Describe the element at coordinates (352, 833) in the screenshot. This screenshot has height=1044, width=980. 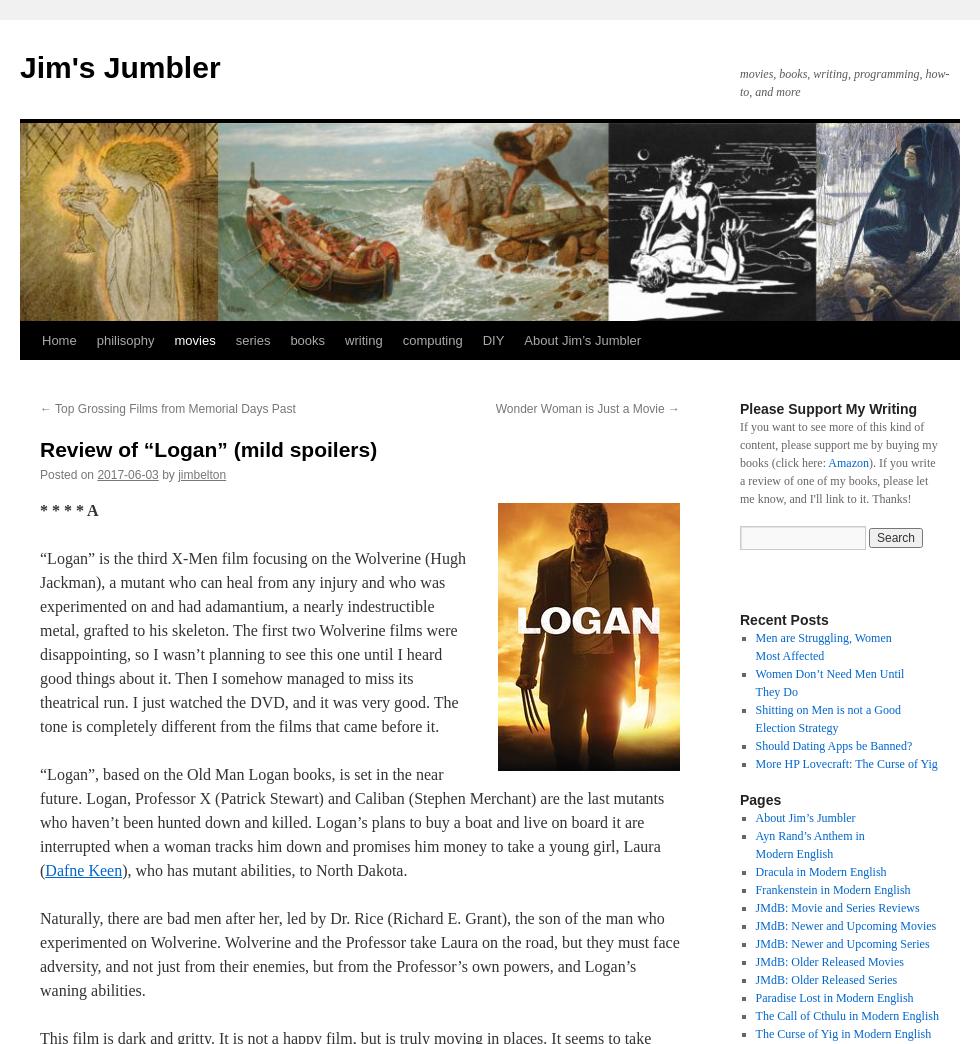
I see `'Stephen Merchant) are the last mutants who haven’t been hunted down and killed. Logan’s plans to buy a boat and live on board it are interrupted when a woman tracks him down and promises him money to take a young girl, Laura ('` at that location.